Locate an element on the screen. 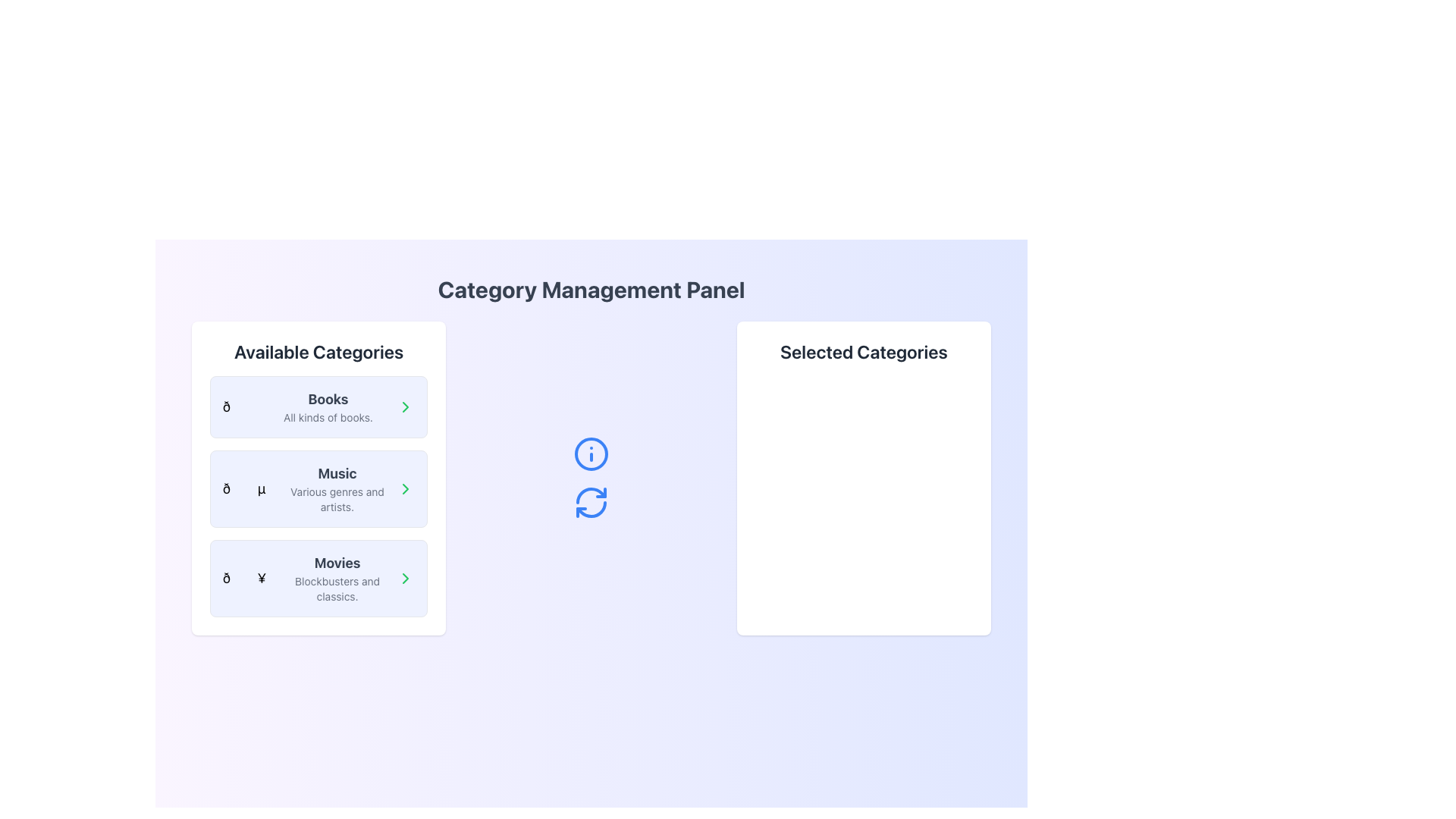  description of the 'Movies' category text block, which includes the heading and the description 'Blockbusters and classics.' This element is the last entry in the 'Available Categories' list on the left side of the layout is located at coordinates (337, 579).